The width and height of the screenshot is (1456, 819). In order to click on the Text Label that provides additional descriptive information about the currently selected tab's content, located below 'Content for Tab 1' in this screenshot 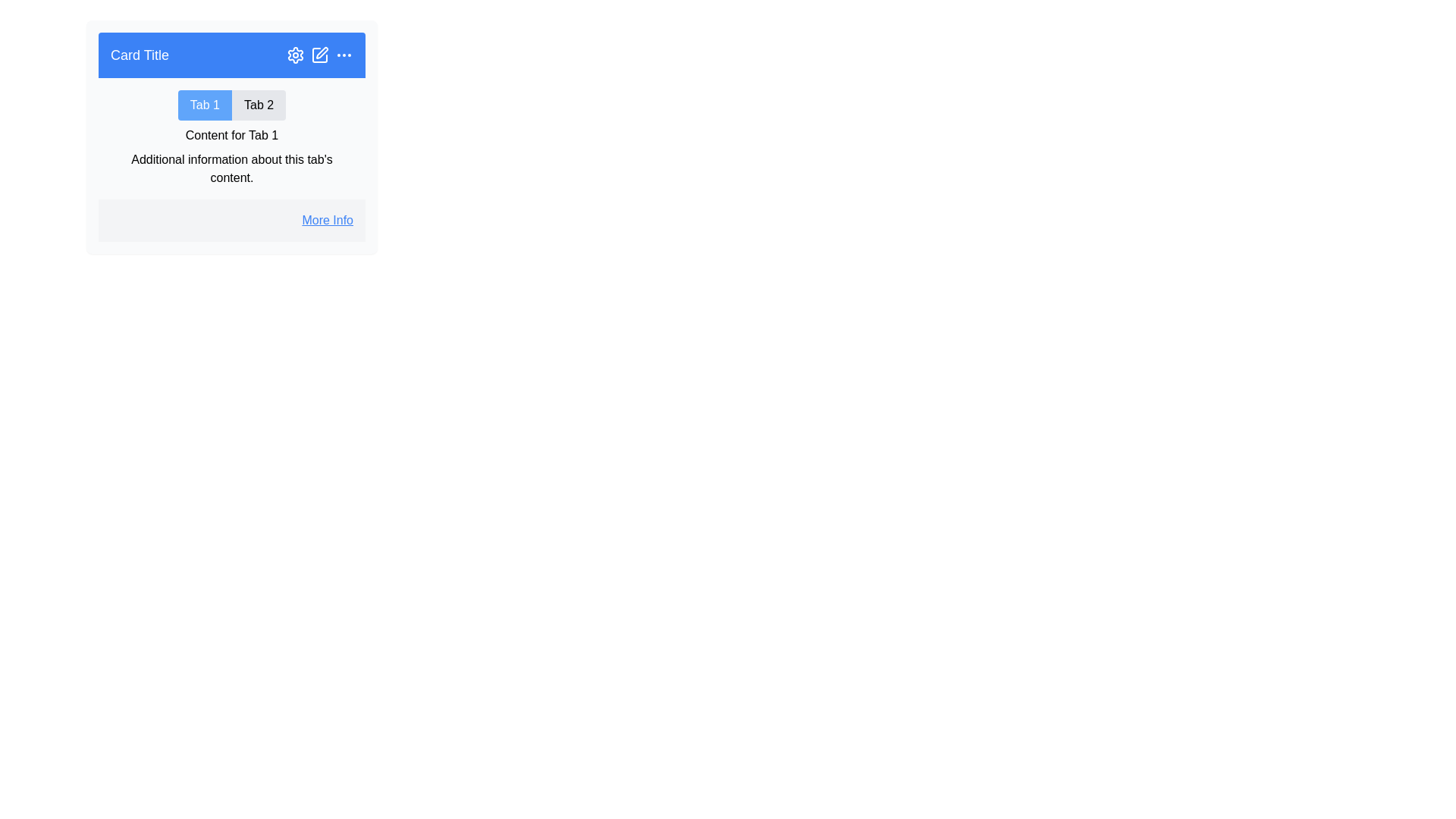, I will do `click(231, 169)`.